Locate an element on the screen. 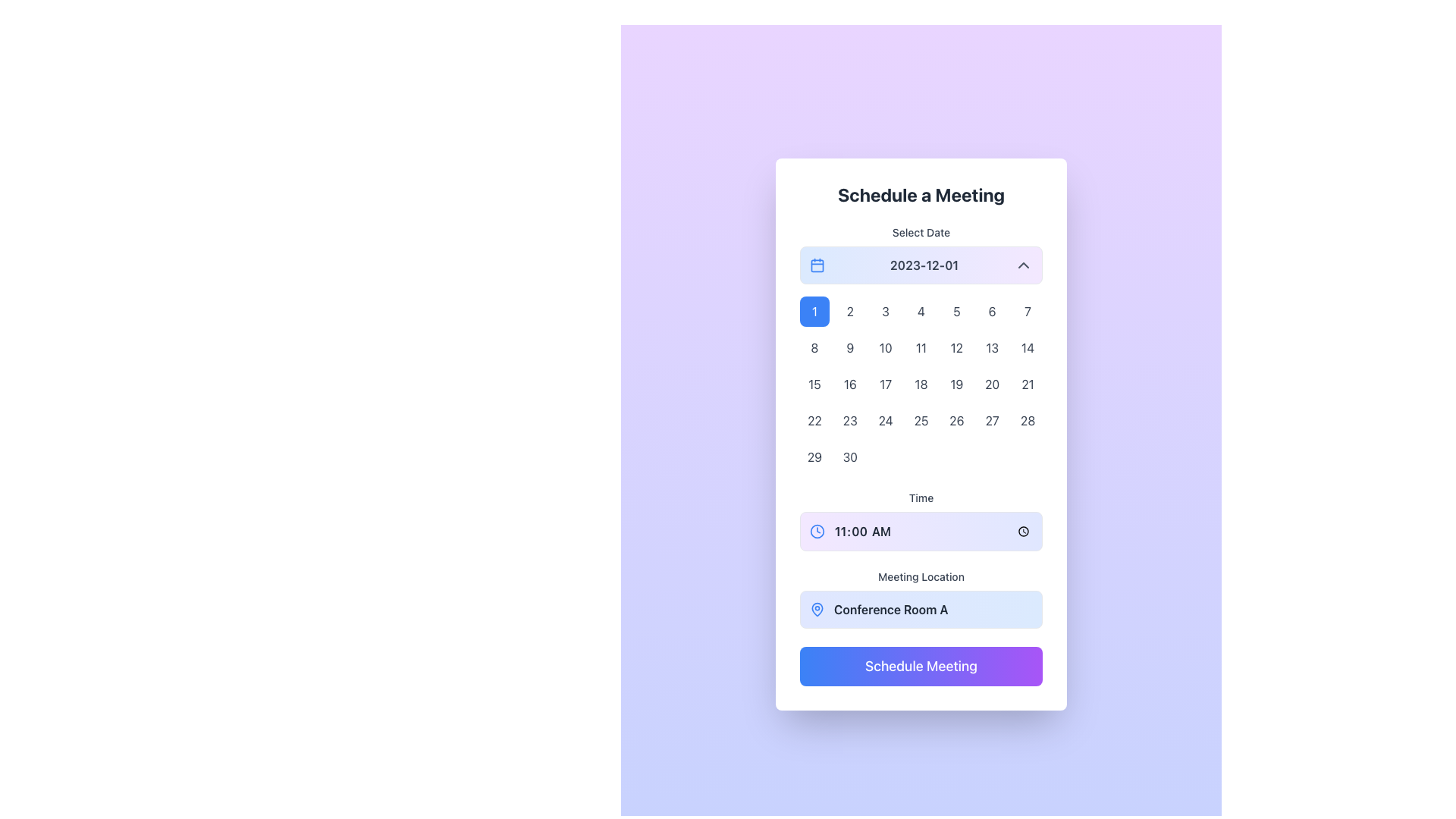 The width and height of the screenshot is (1456, 819). the Circle SVG component that visually represents the clock feature located next to the 'Time' label in the interface is located at coordinates (817, 531).